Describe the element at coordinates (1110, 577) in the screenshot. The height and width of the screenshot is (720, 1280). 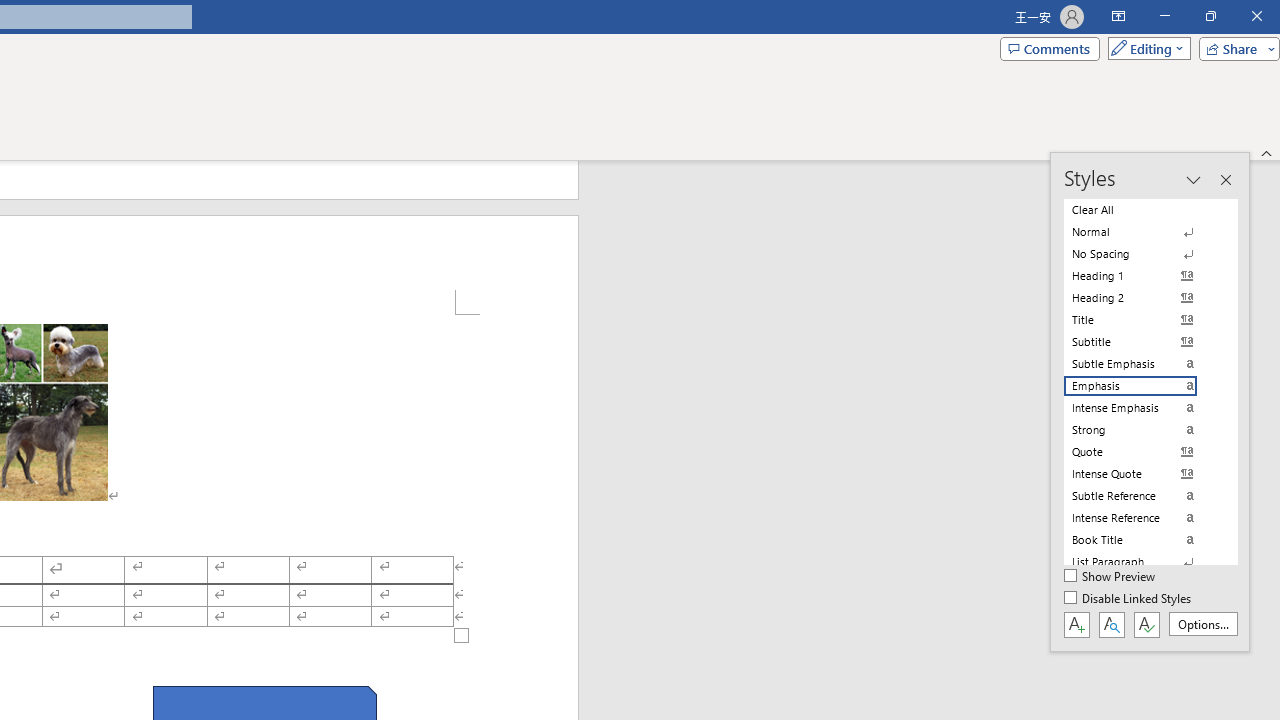
I see `'Show Preview'` at that location.